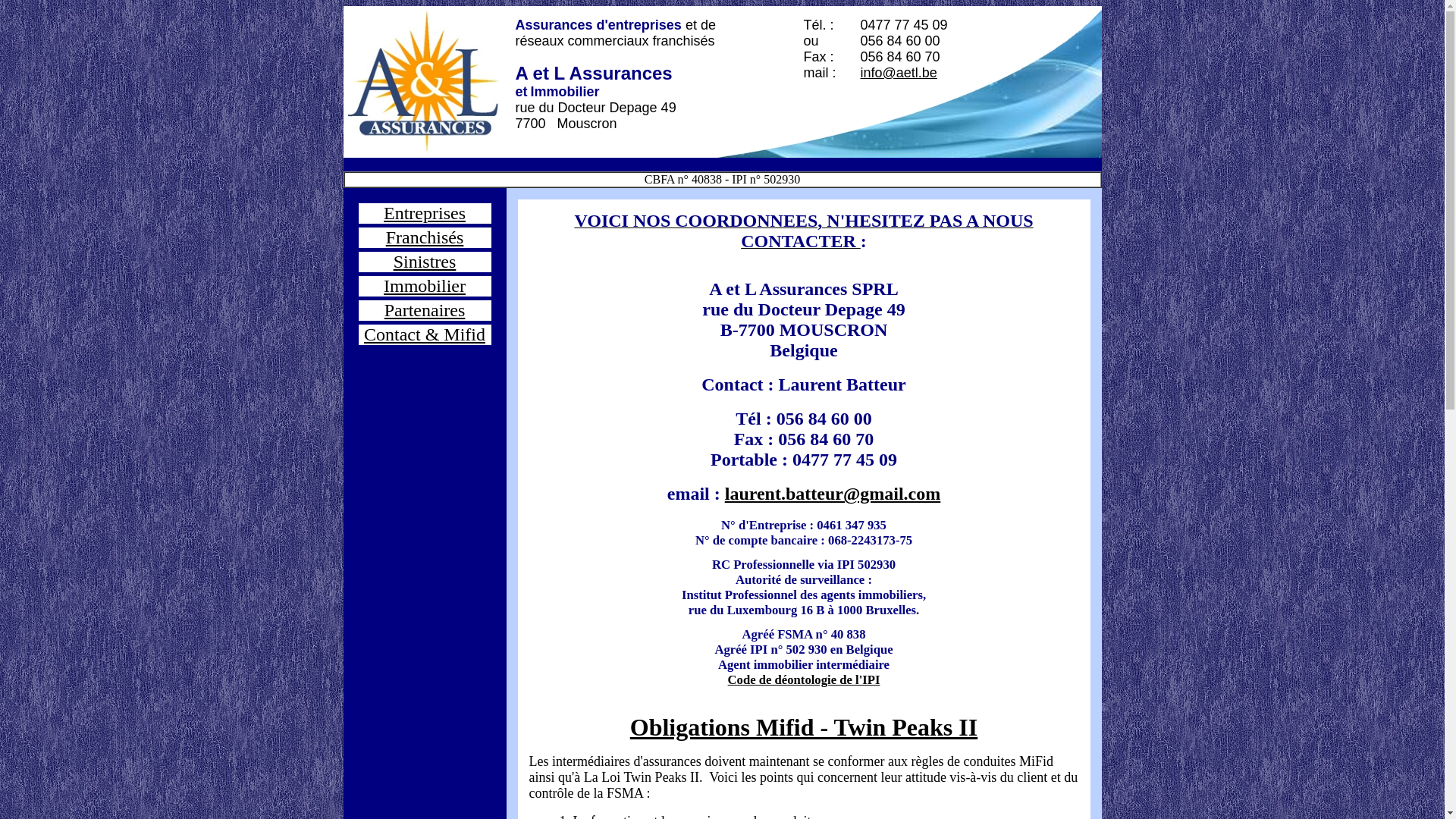 Image resolution: width=1456 pixels, height=819 pixels. I want to click on 'info@aetl.be', so click(898, 73).